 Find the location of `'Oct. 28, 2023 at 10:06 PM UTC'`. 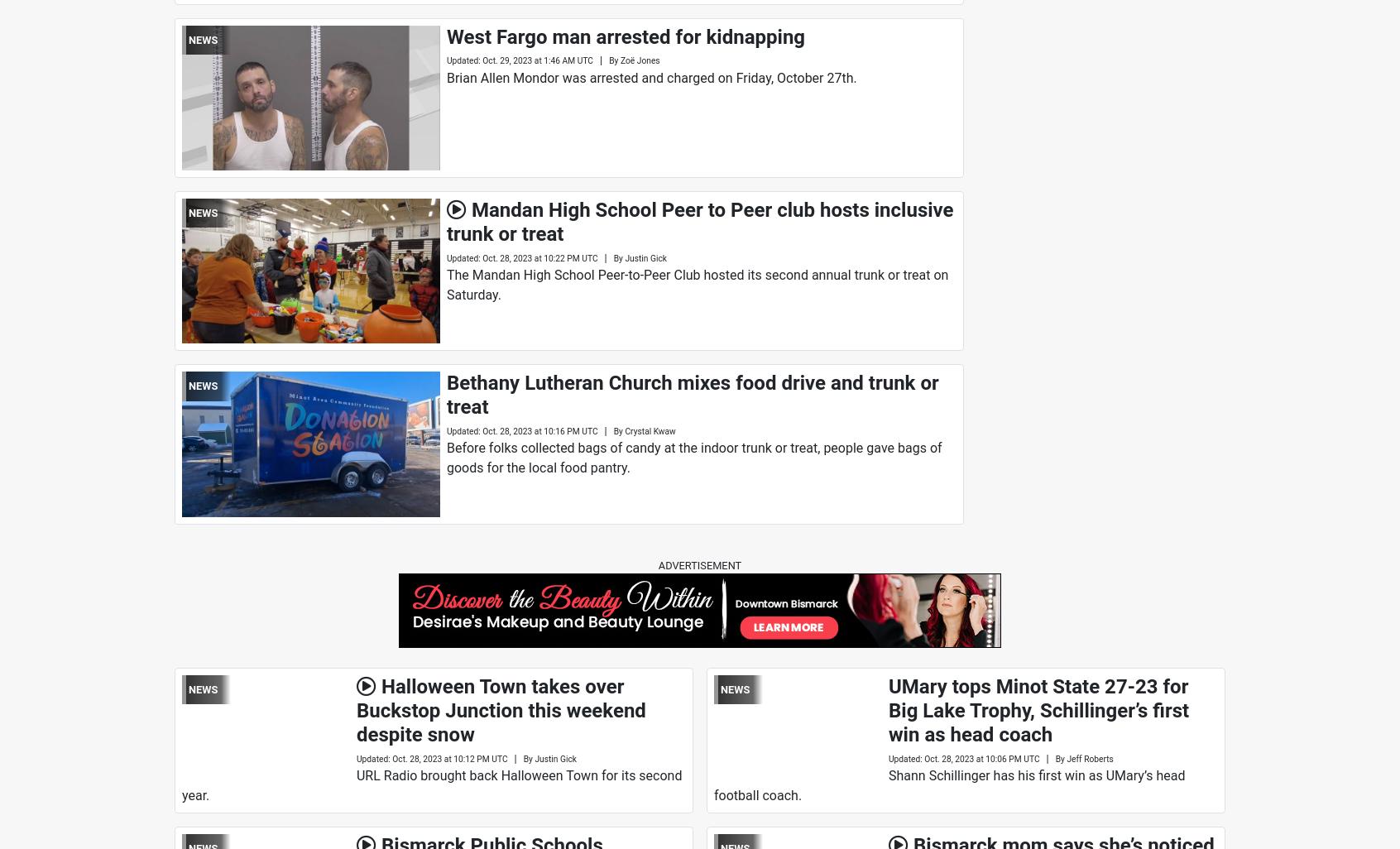

'Oct. 28, 2023 at 10:06 PM UTC' is located at coordinates (980, 757).